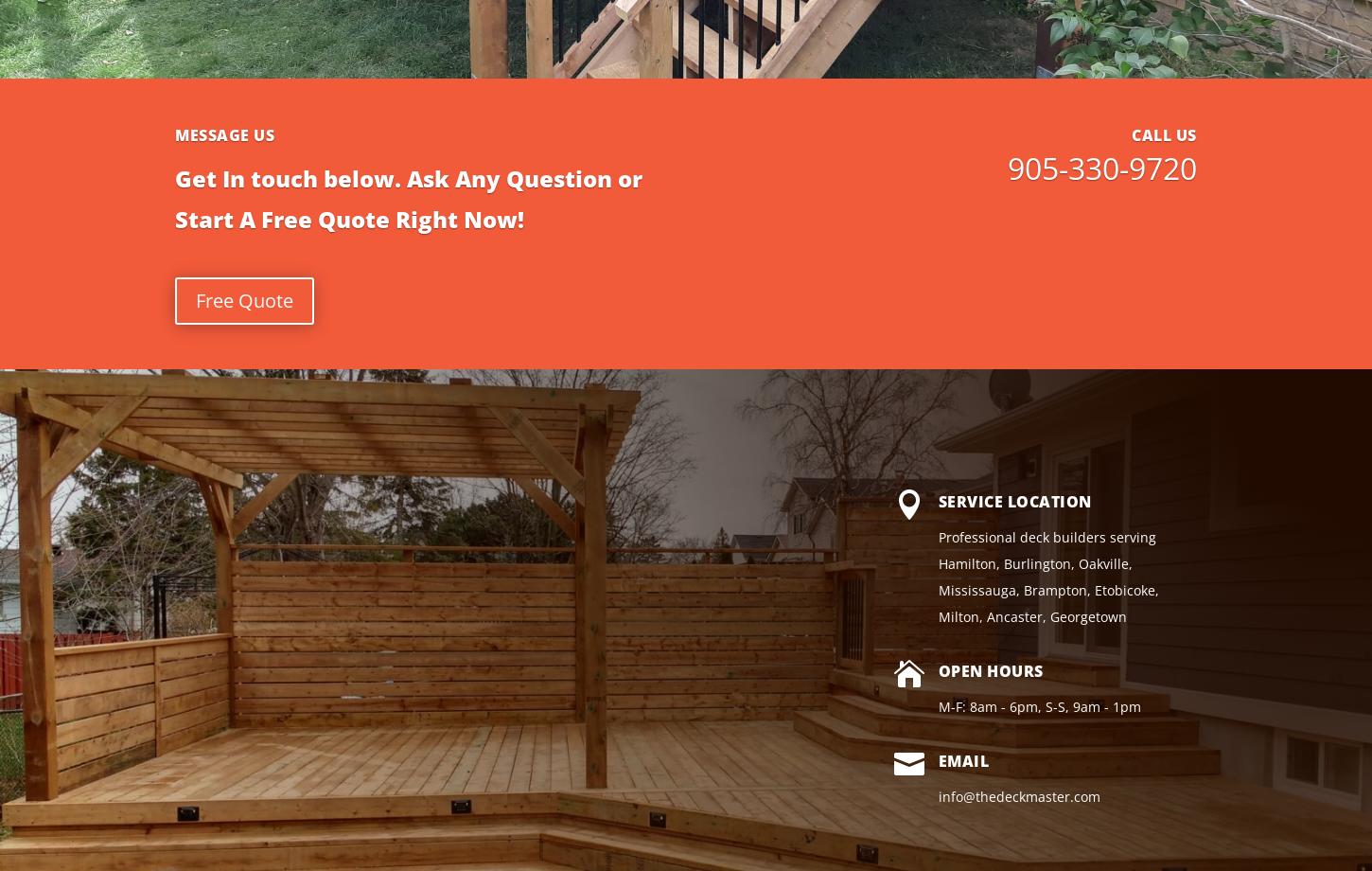  What do you see at coordinates (1037, 706) in the screenshot?
I see `'M-F: 8am - 6pm, S-S, 9am - 1pm'` at bounding box center [1037, 706].